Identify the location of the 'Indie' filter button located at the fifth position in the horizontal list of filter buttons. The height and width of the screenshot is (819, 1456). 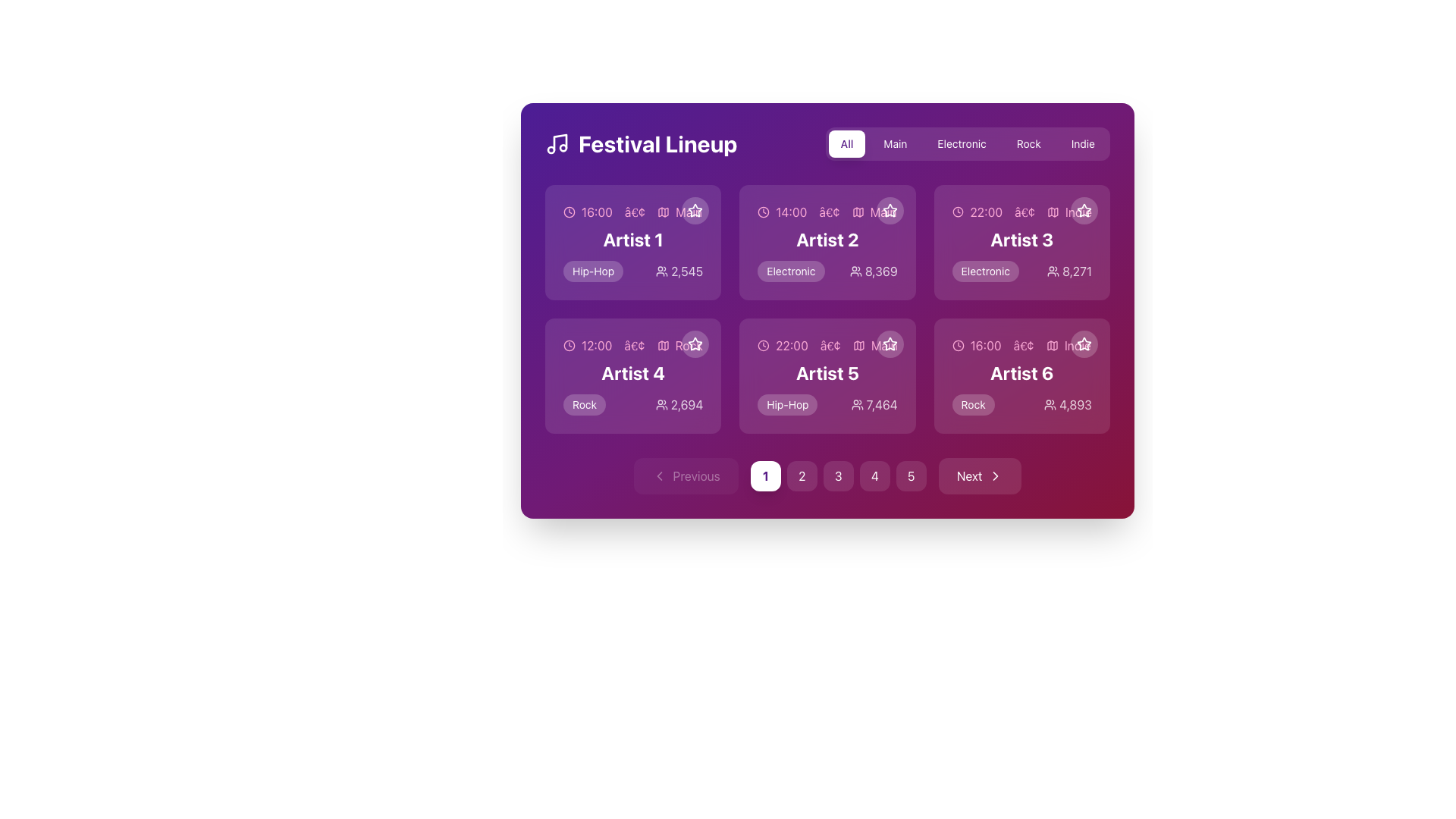
(1082, 143).